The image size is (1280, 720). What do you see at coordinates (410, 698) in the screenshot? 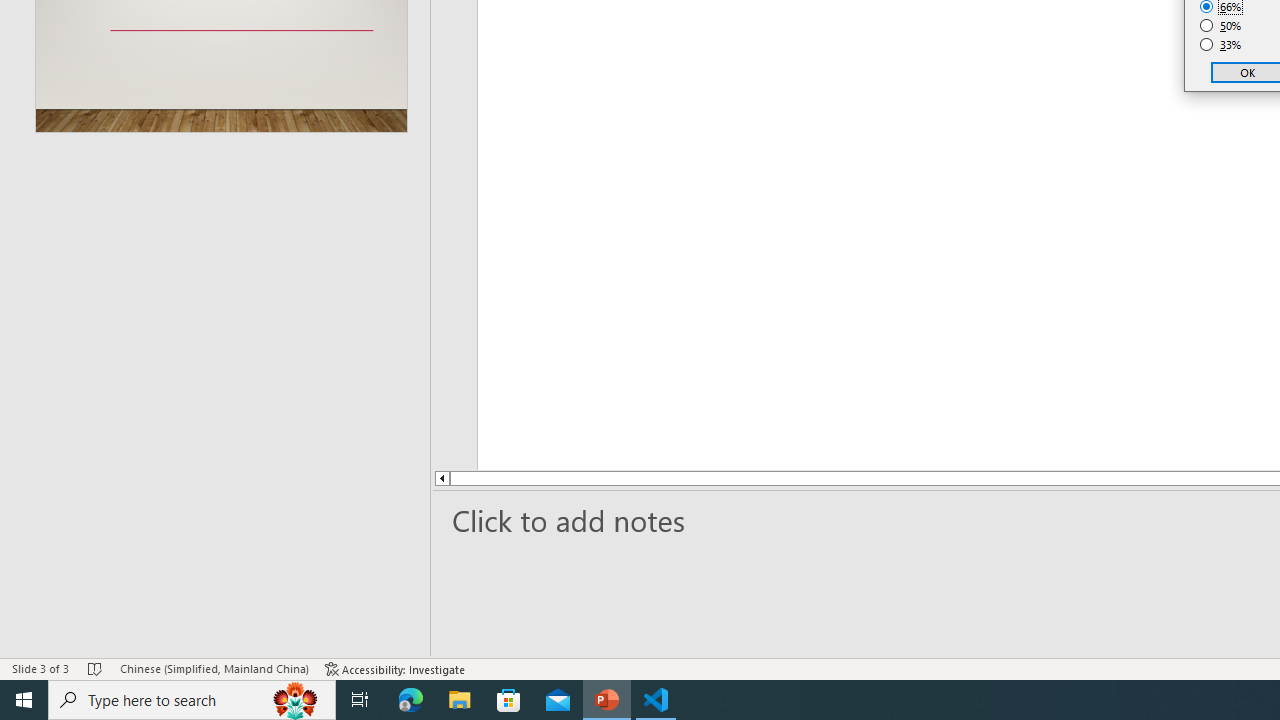
I see `'Microsoft Edge'` at bounding box center [410, 698].